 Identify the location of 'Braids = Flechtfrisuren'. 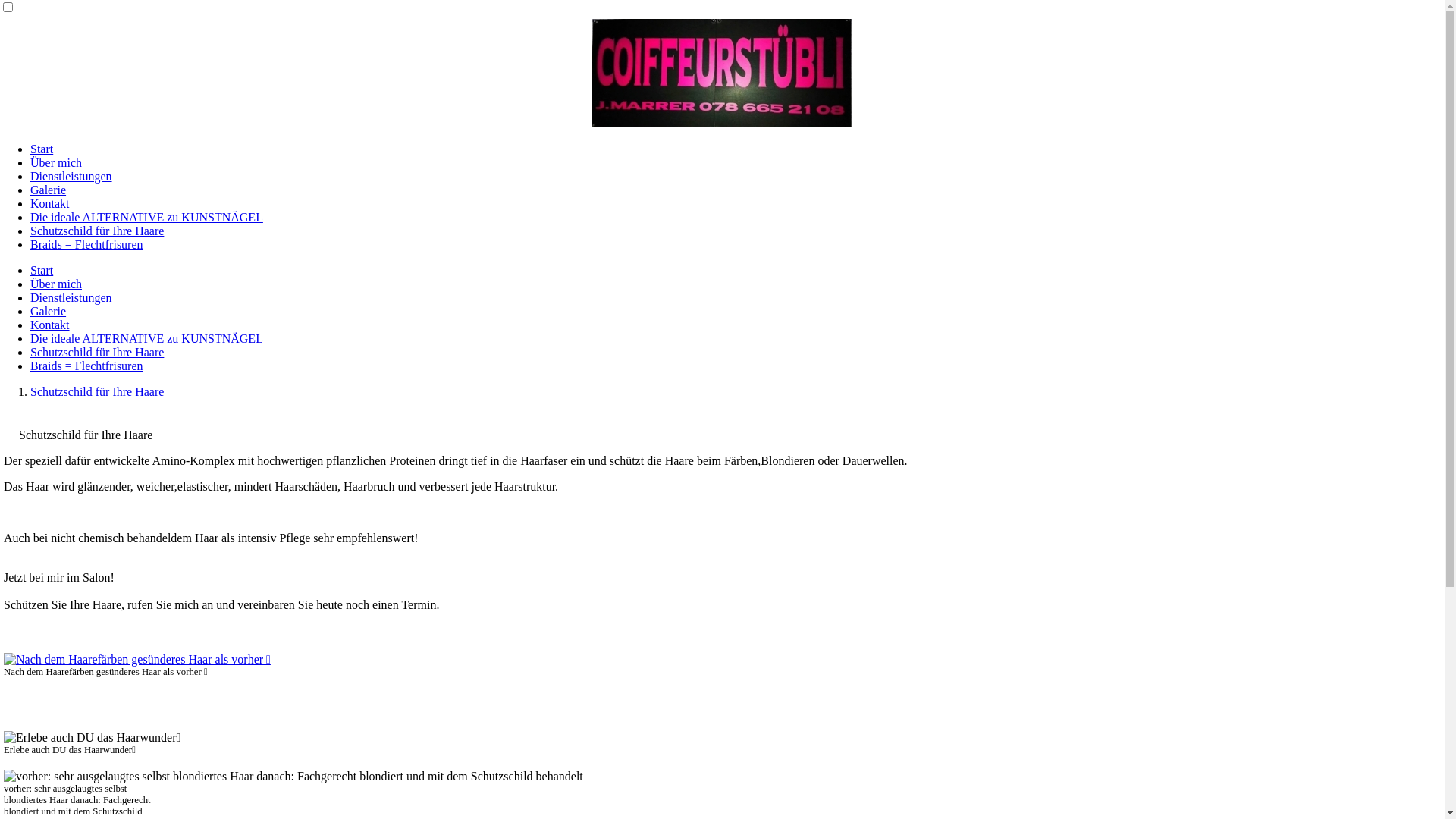
(86, 366).